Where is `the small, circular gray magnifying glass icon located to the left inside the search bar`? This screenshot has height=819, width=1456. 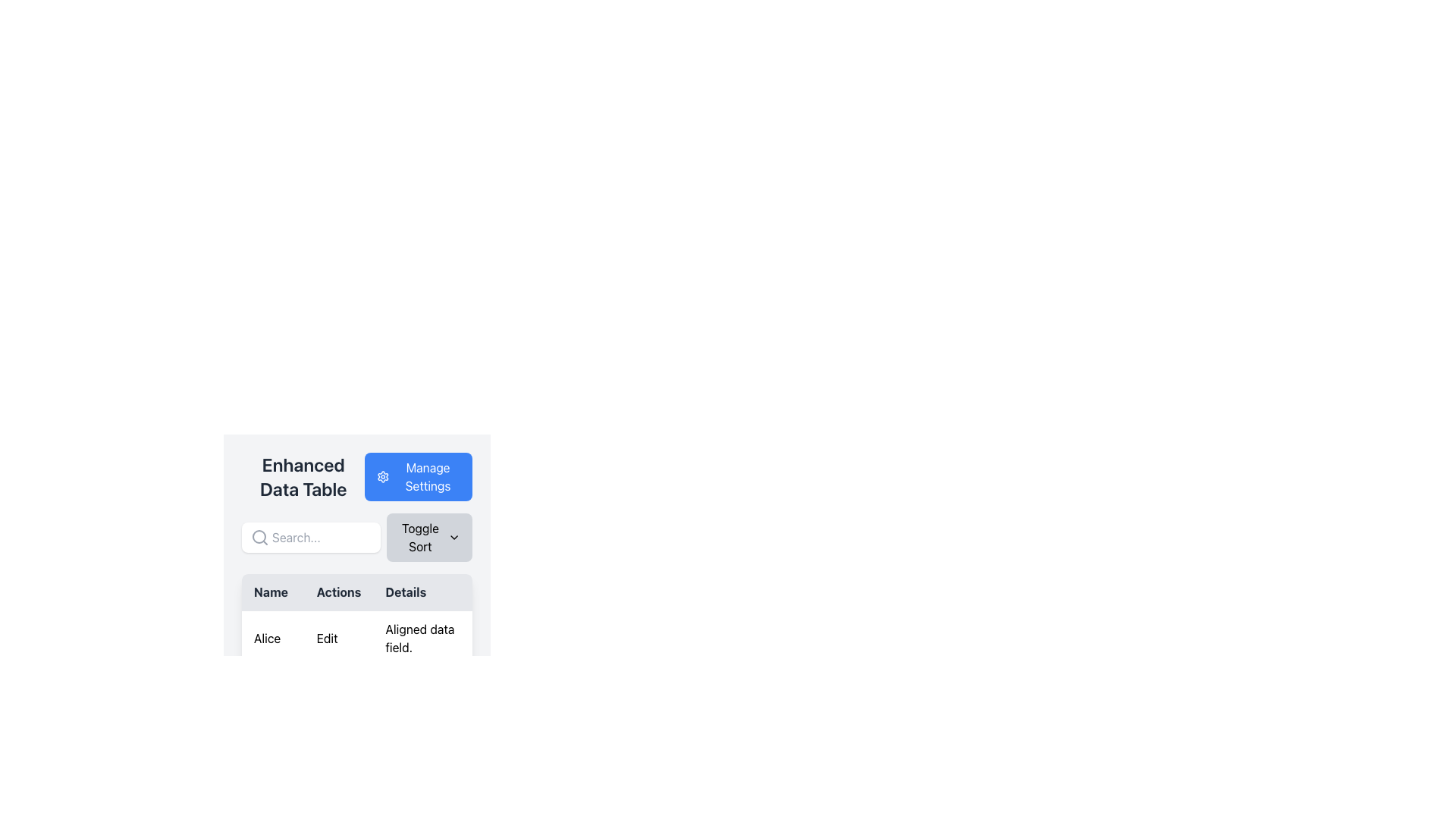
the small, circular gray magnifying glass icon located to the left inside the search bar is located at coordinates (259, 537).